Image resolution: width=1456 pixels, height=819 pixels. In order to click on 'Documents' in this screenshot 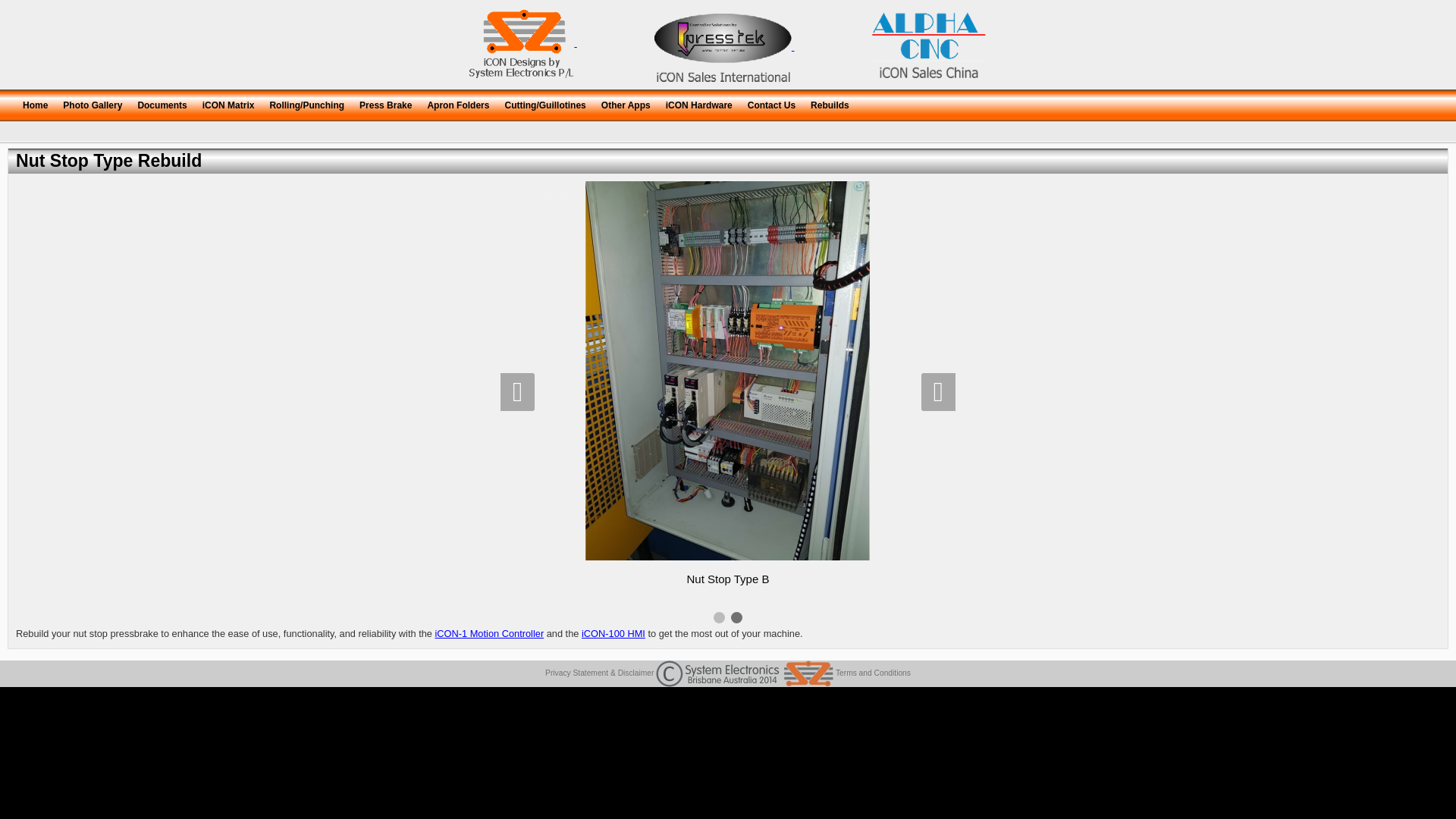, I will do `click(130, 102)`.